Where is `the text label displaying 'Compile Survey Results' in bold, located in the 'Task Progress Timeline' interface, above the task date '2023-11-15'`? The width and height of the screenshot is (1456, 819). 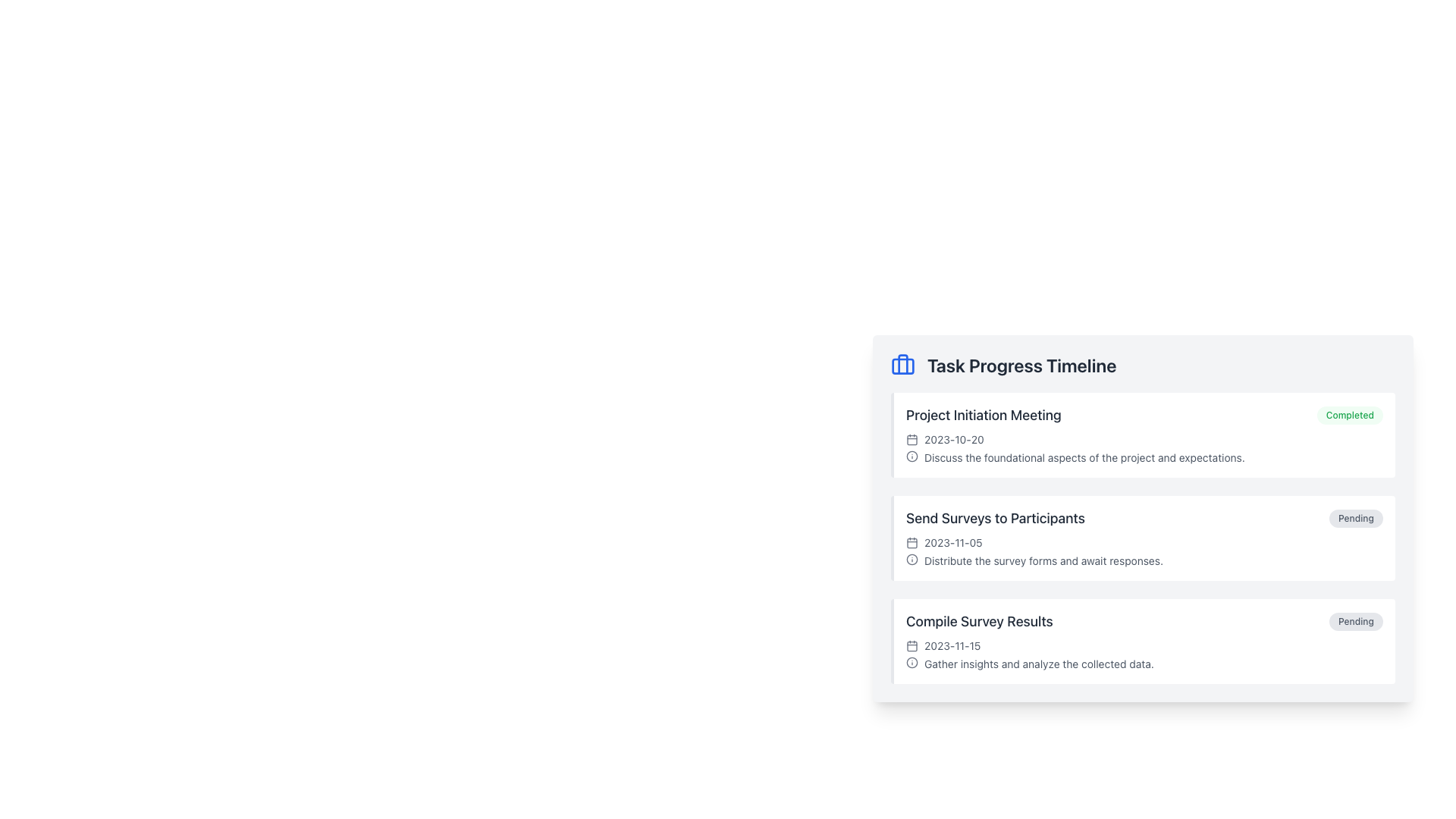
the text label displaying 'Compile Survey Results' in bold, located in the 'Task Progress Timeline' interface, above the task date '2023-11-15' is located at coordinates (979, 622).